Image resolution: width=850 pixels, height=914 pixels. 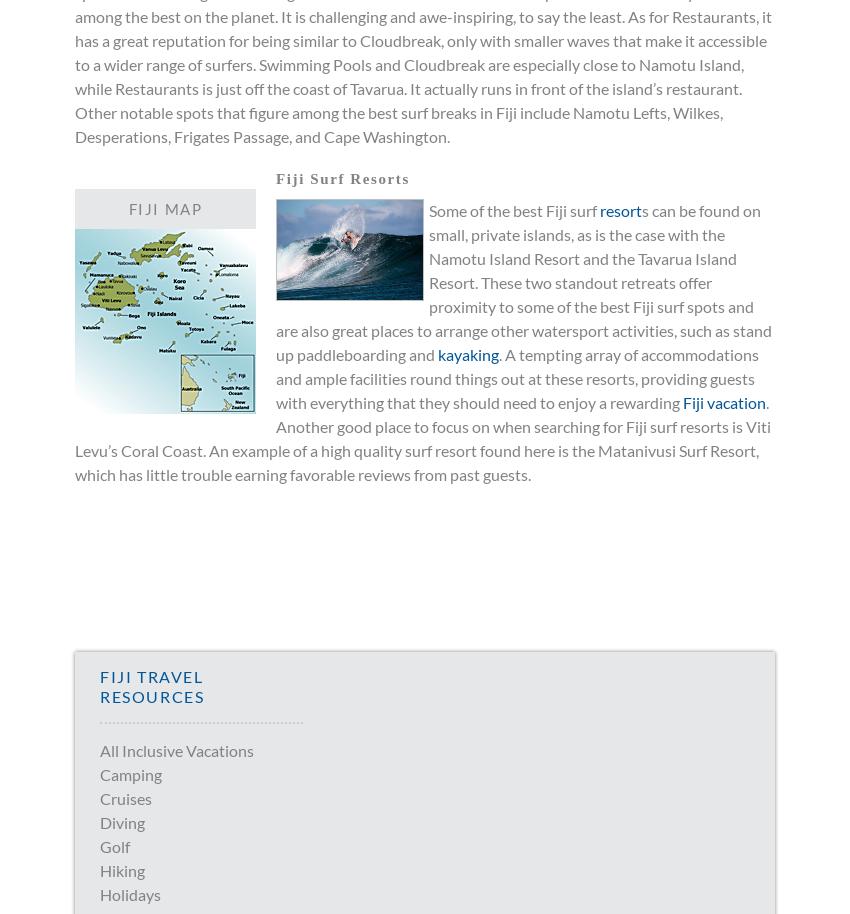 I want to click on 'Holidays', so click(x=130, y=893).